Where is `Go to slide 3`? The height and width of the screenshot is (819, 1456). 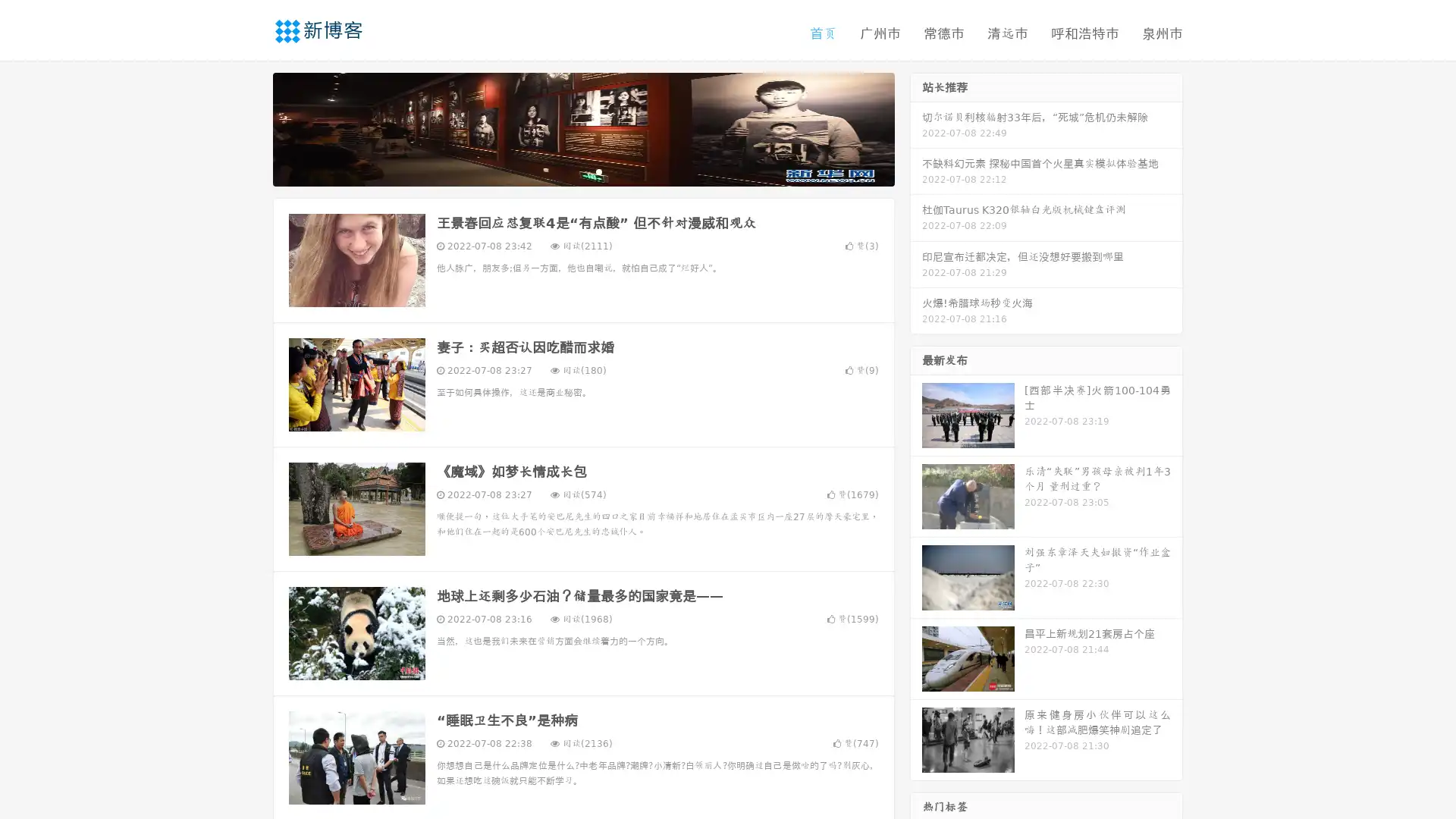 Go to slide 3 is located at coordinates (598, 171).